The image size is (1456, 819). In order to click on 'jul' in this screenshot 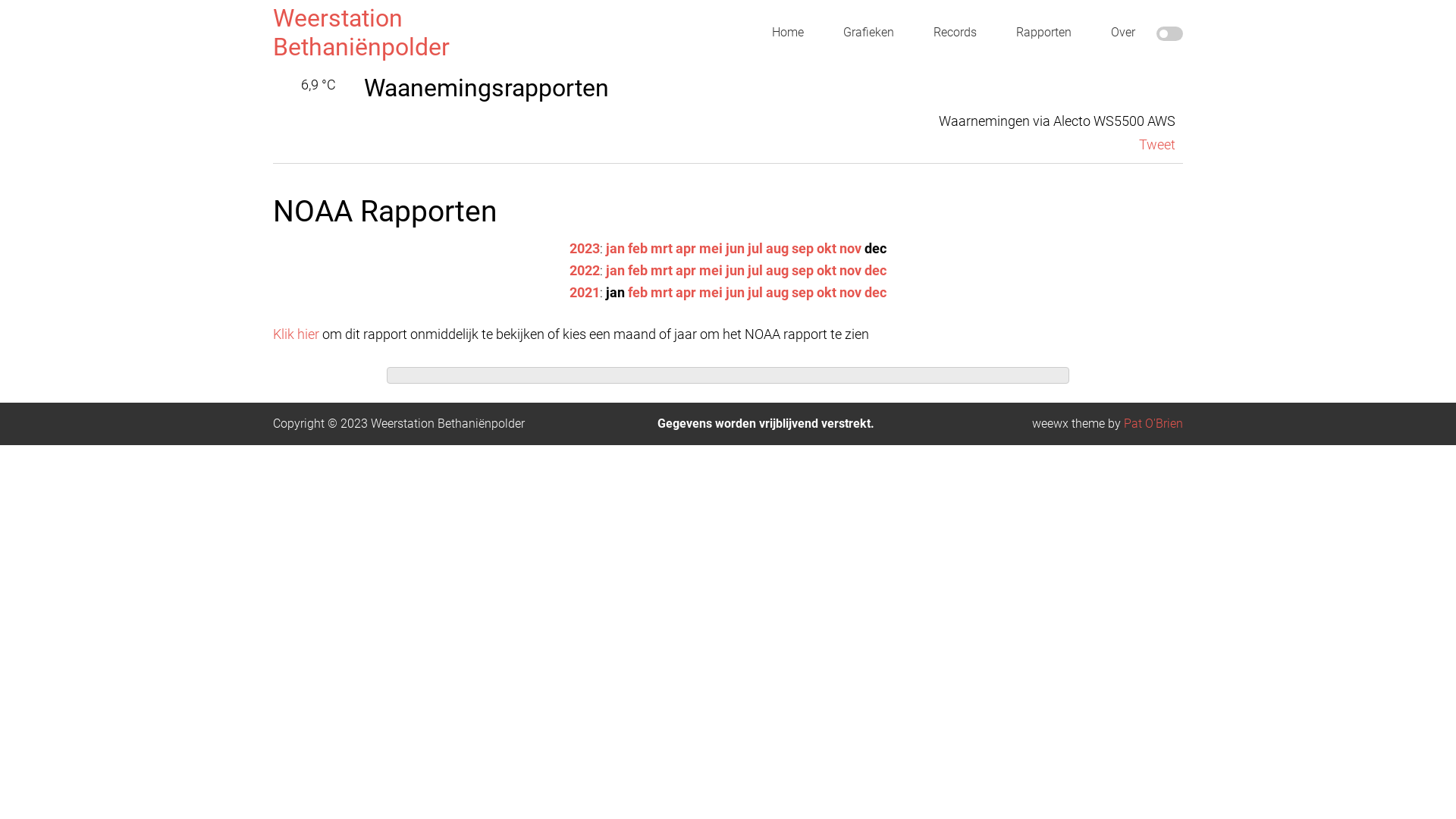, I will do `click(755, 269)`.